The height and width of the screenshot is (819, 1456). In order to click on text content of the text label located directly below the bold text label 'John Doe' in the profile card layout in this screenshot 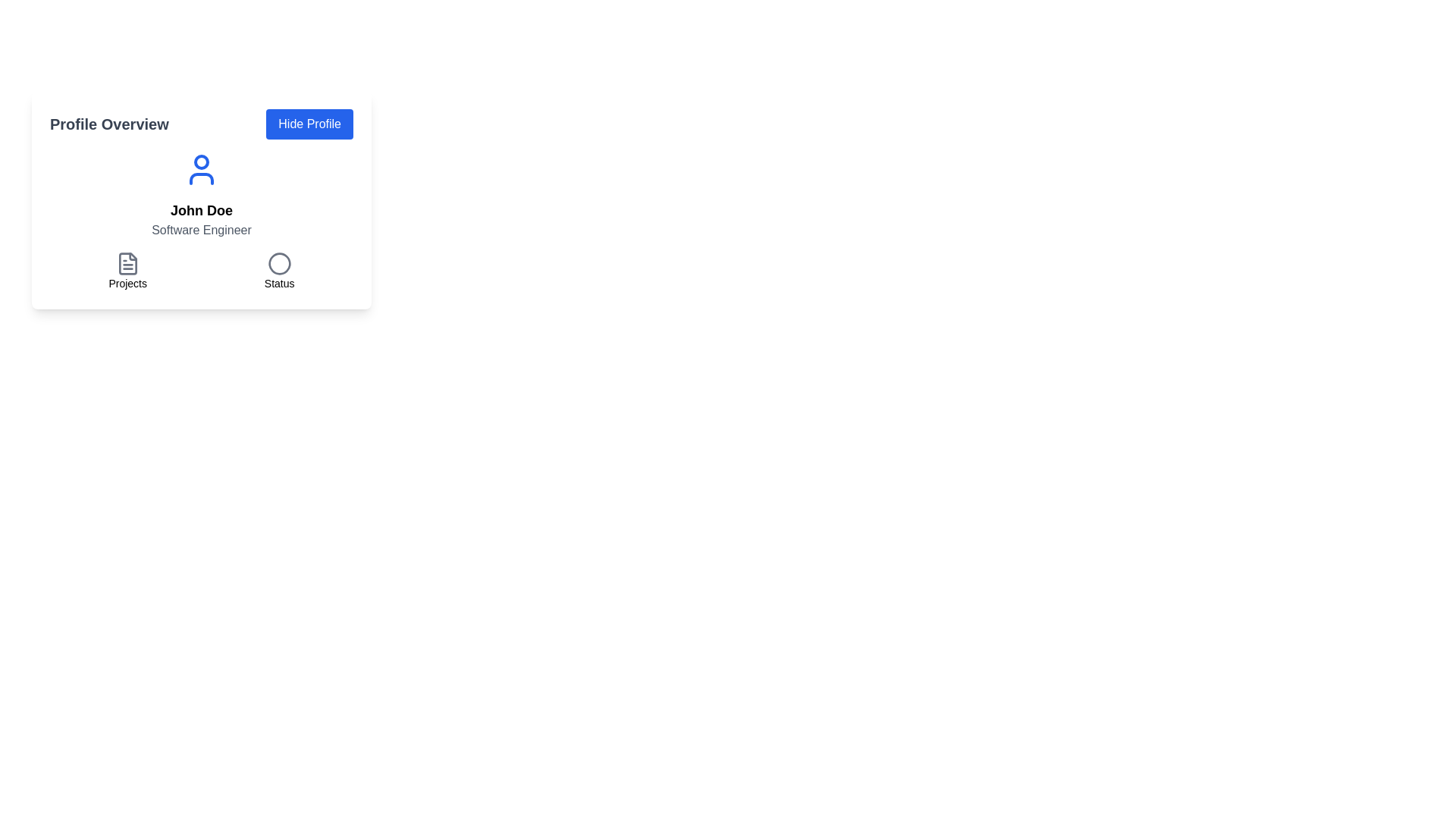, I will do `click(200, 231)`.